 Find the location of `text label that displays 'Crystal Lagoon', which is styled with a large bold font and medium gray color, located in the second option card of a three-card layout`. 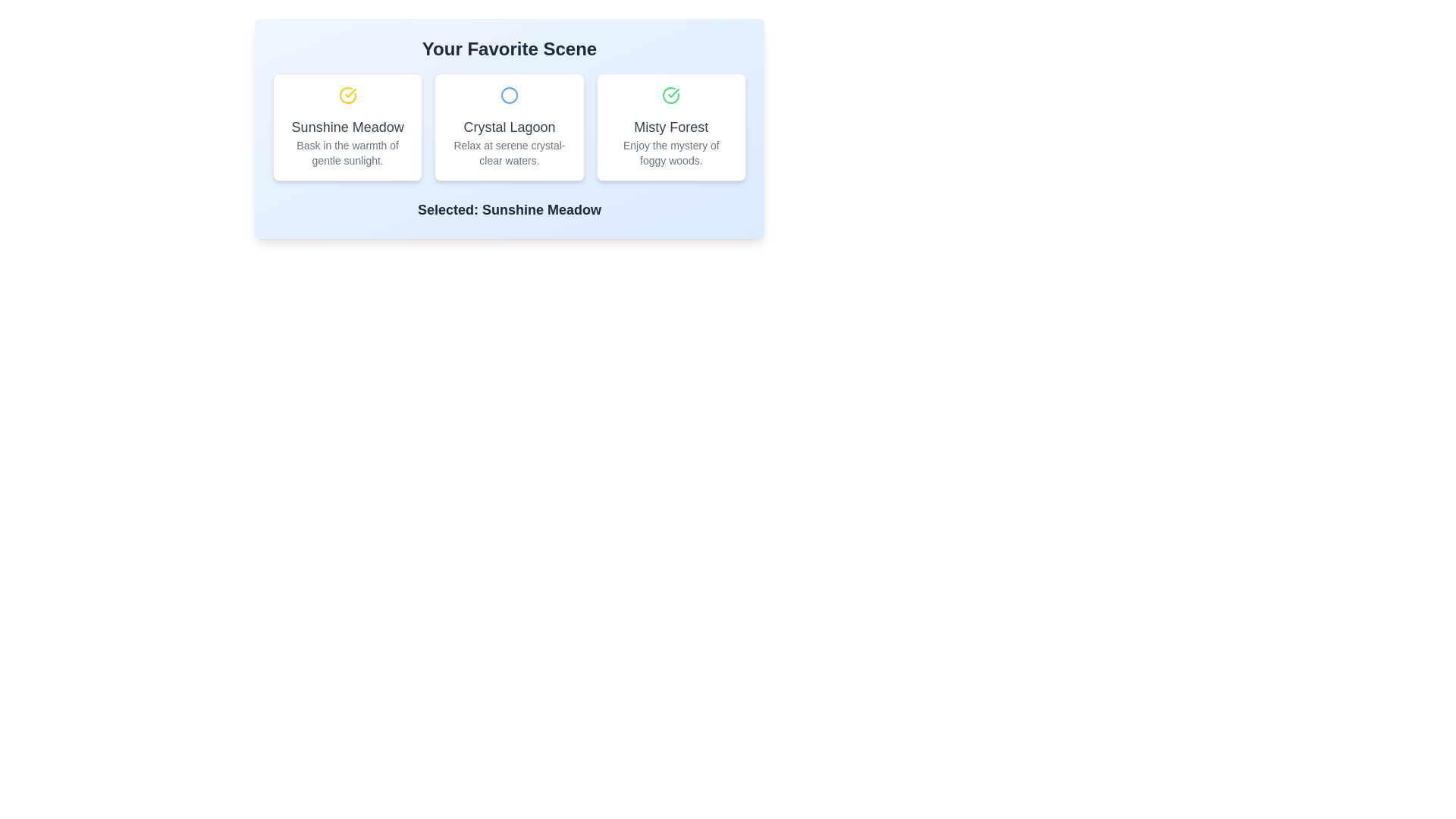

text label that displays 'Crystal Lagoon', which is styled with a large bold font and medium gray color, located in the second option card of a three-card layout is located at coordinates (510, 127).